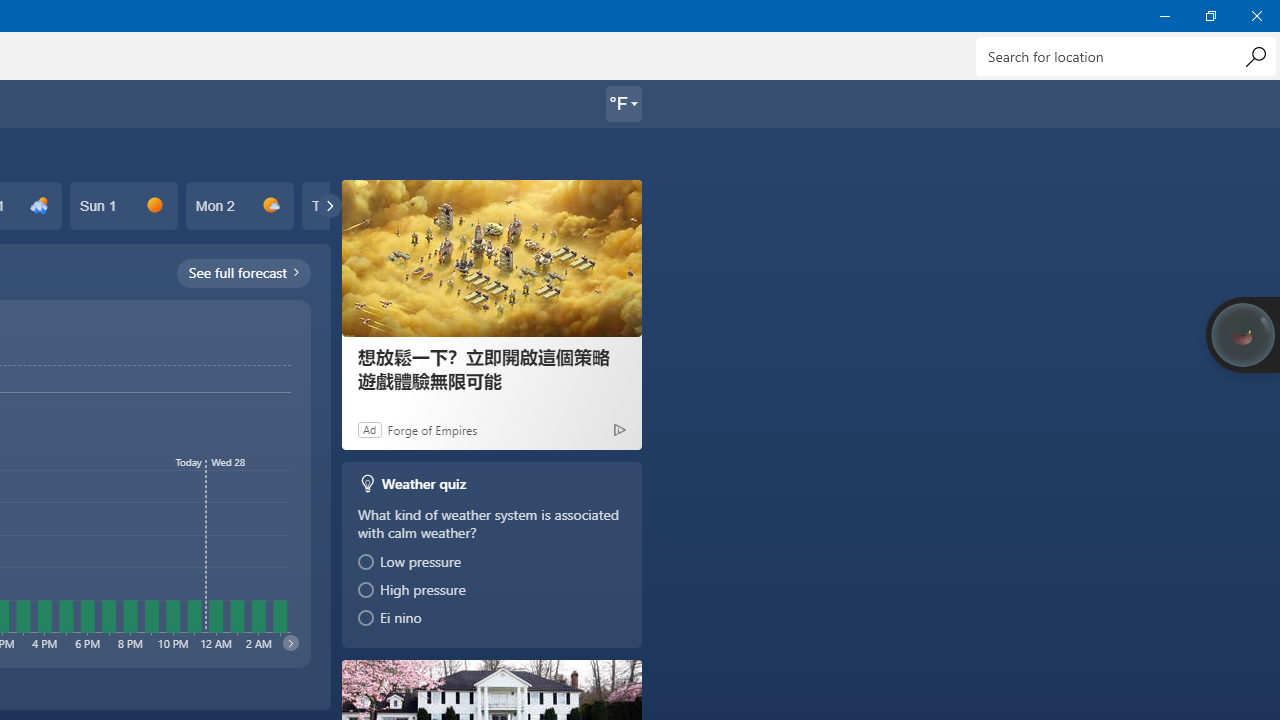 This screenshot has height=720, width=1280. What do you see at coordinates (1164, 15) in the screenshot?
I see `'Minimize Weather'` at bounding box center [1164, 15].